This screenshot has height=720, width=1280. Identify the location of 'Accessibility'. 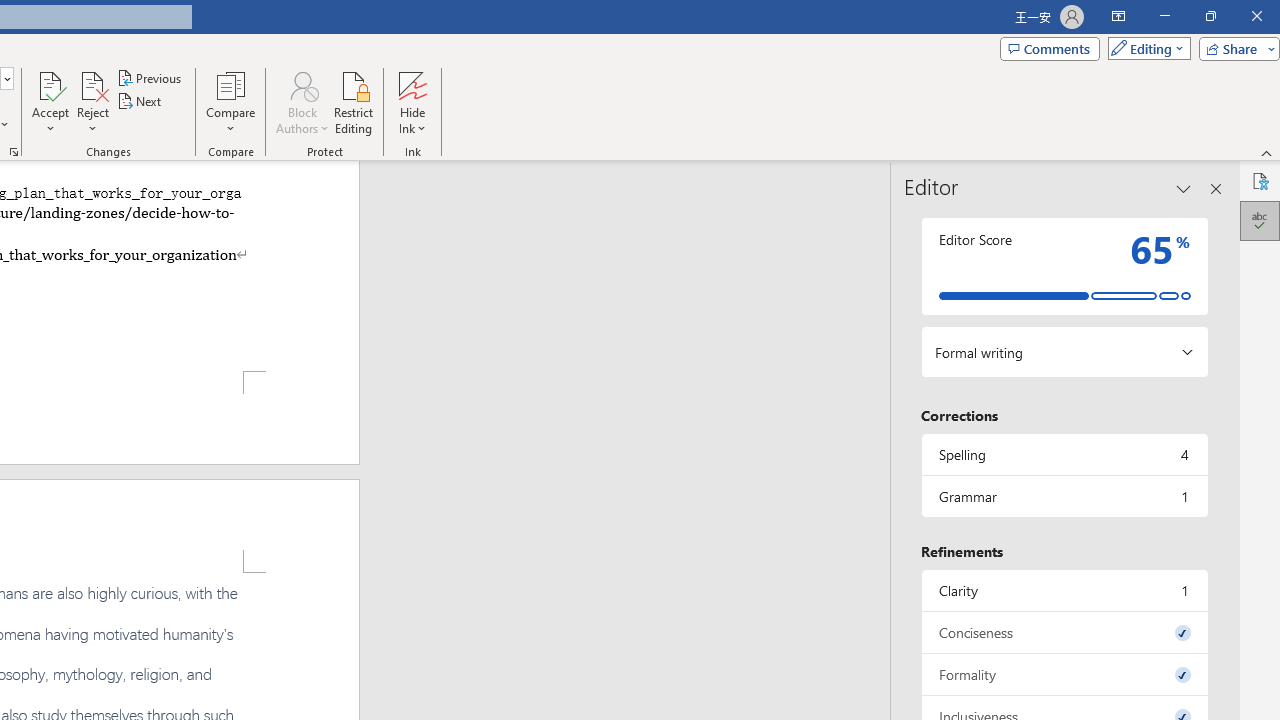
(1259, 181).